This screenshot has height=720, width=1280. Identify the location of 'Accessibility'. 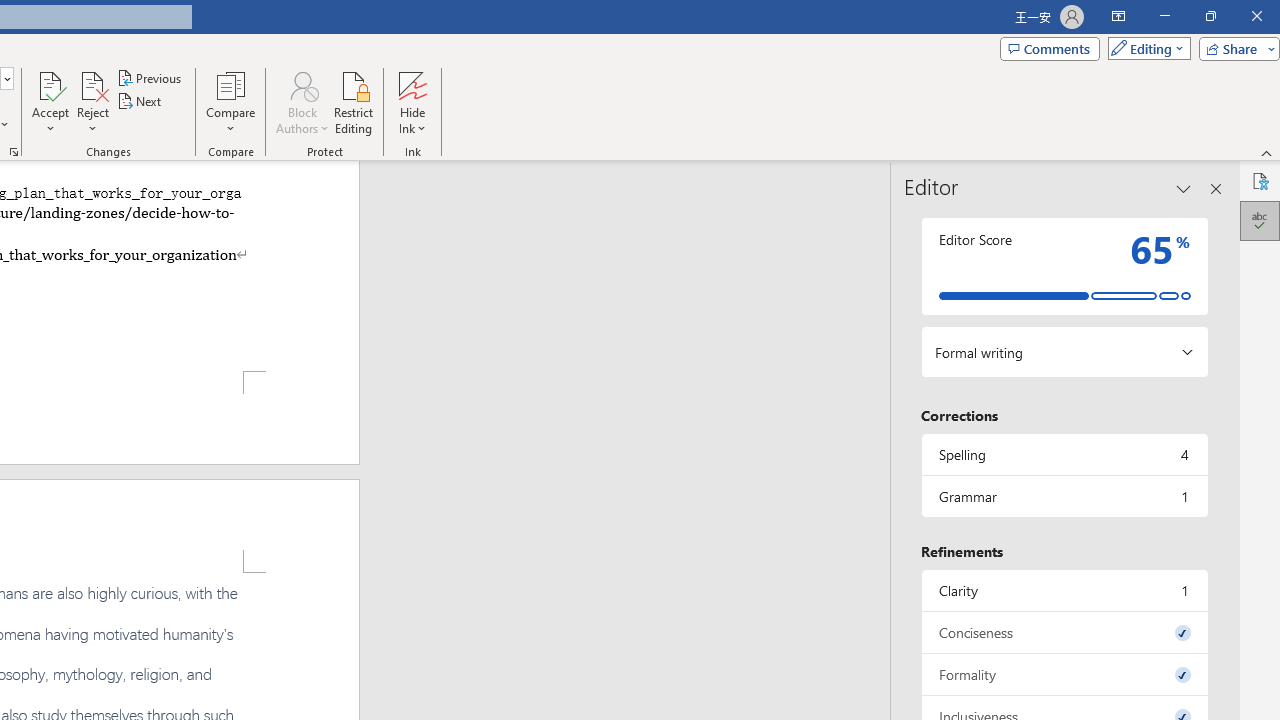
(1259, 181).